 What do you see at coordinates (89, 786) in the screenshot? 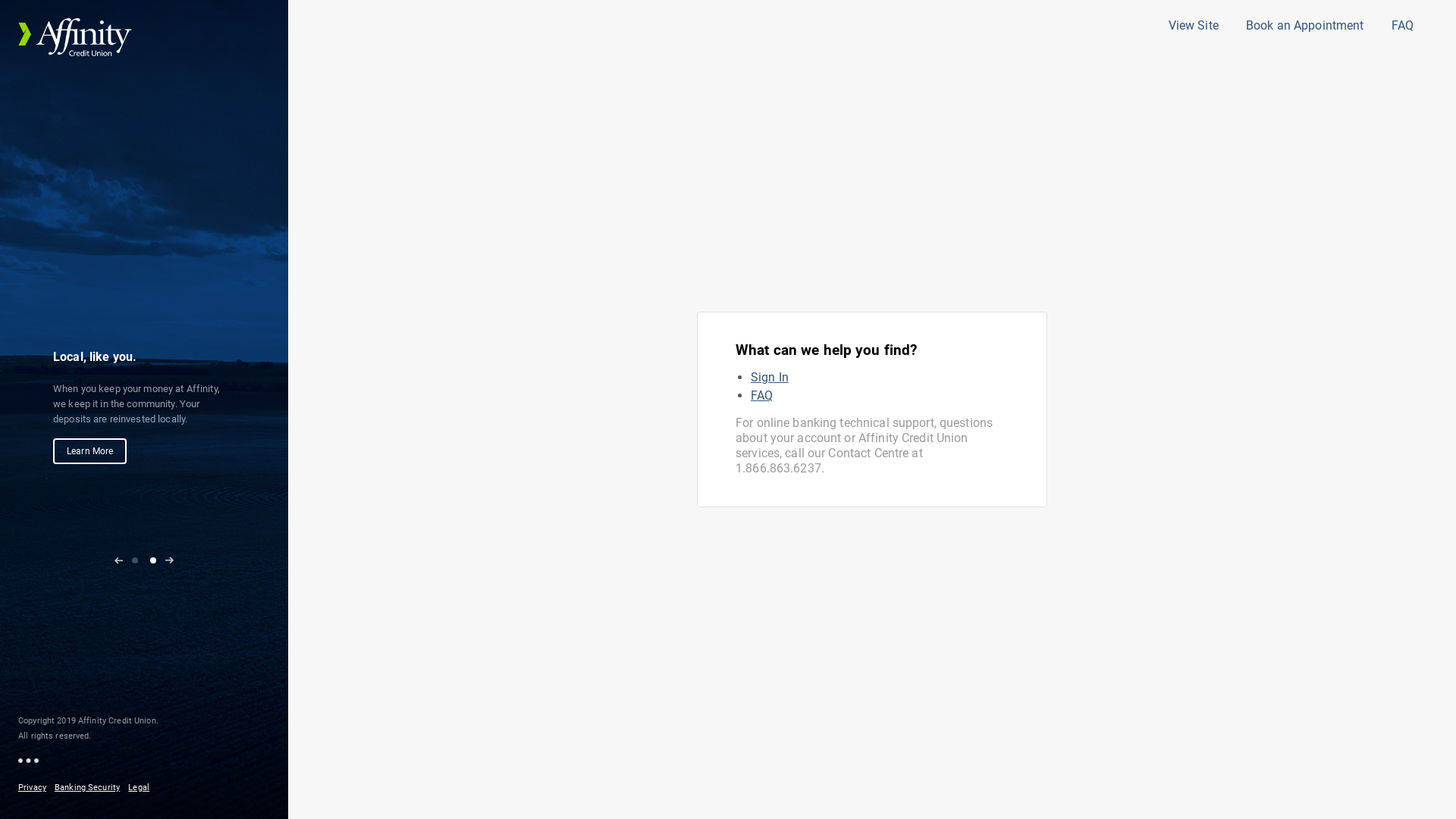
I see `'Banking Security'` at bounding box center [89, 786].